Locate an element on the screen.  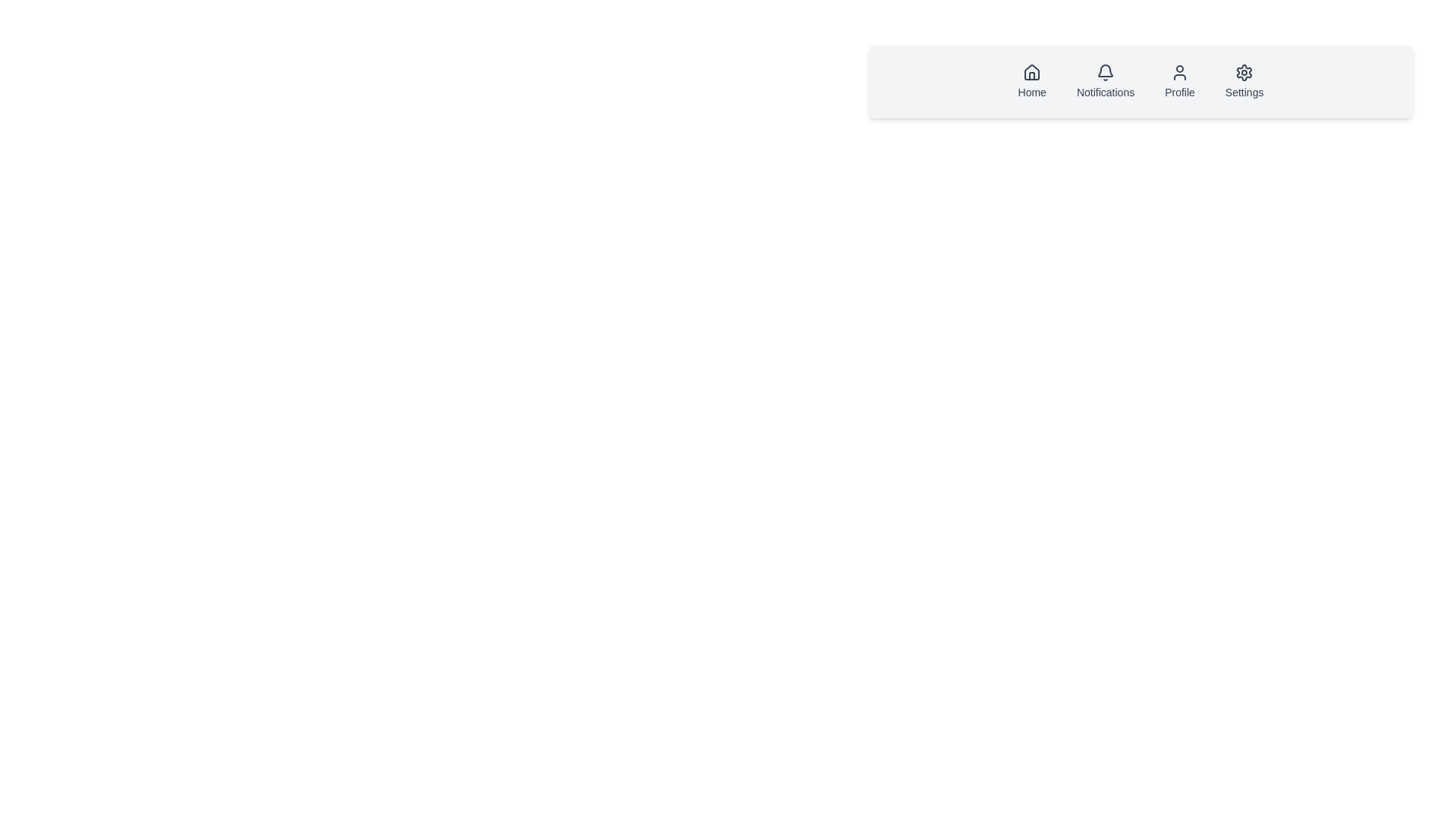
the section associated with the 'Profile' label located below the user icon in the fourth navigation item of the horizontal navigation bar at the top-center of the page is located at coordinates (1178, 93).